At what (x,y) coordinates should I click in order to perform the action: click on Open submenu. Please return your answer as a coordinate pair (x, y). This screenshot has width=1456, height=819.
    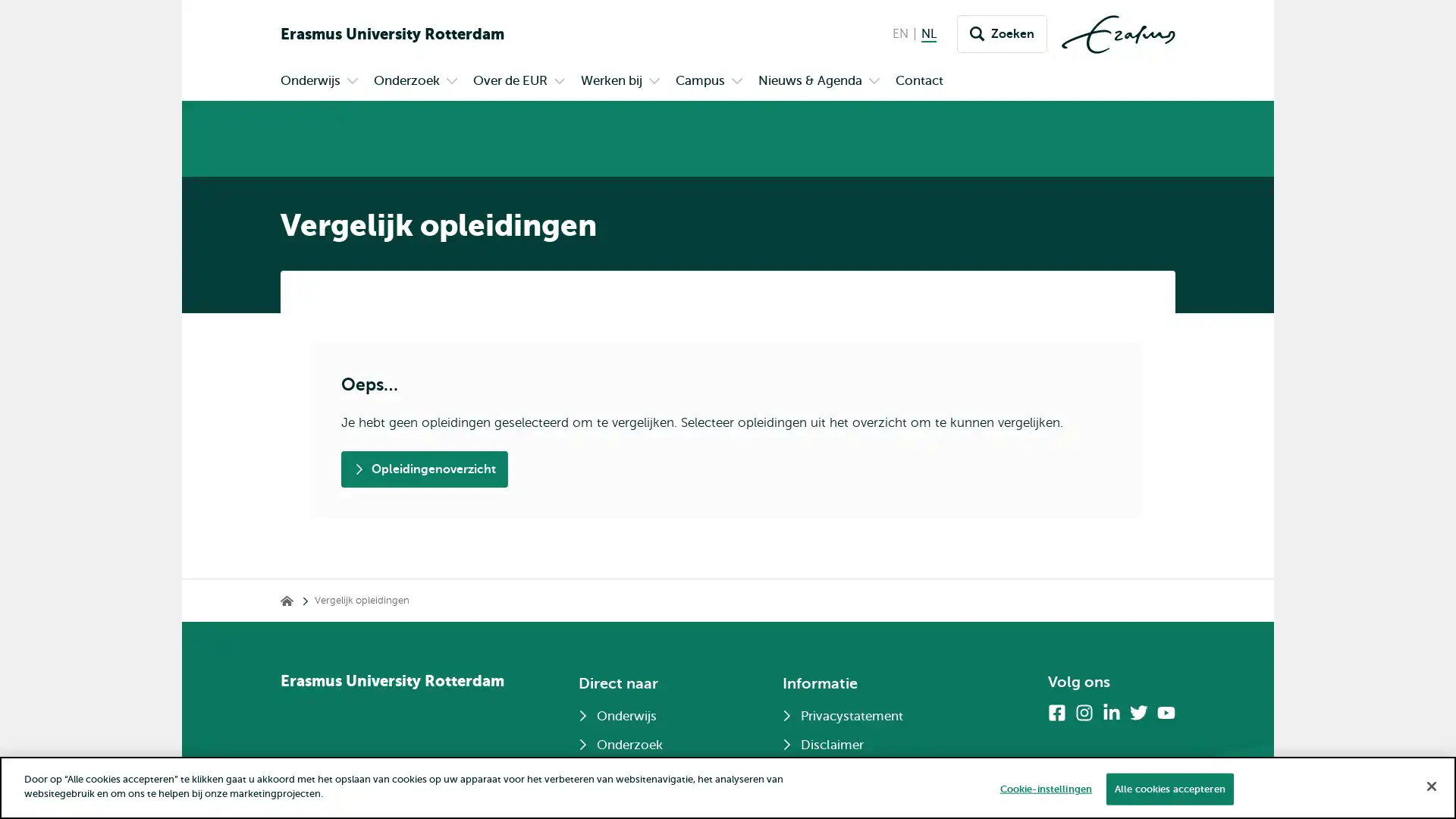
    Looking at the image, I should click on (559, 82).